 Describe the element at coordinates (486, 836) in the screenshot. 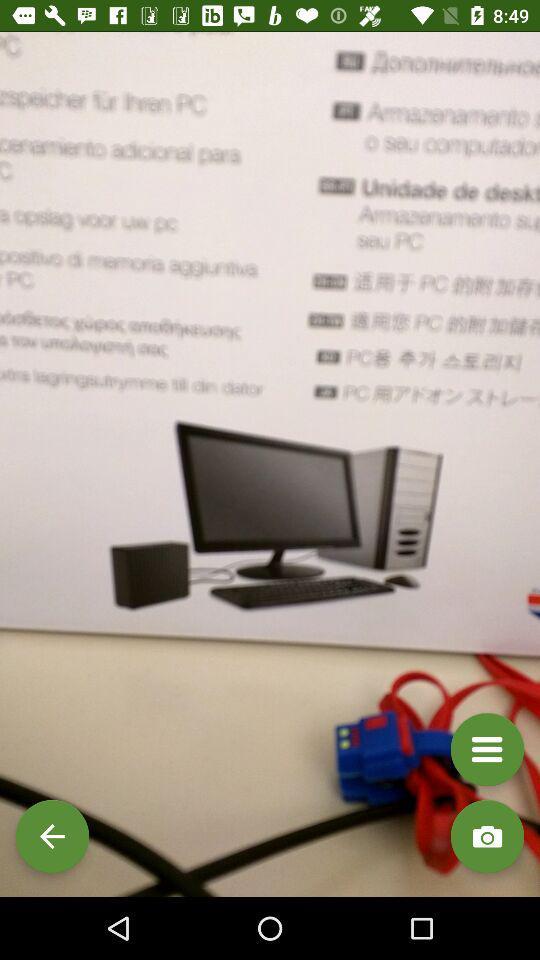

I see `the photo icon` at that location.